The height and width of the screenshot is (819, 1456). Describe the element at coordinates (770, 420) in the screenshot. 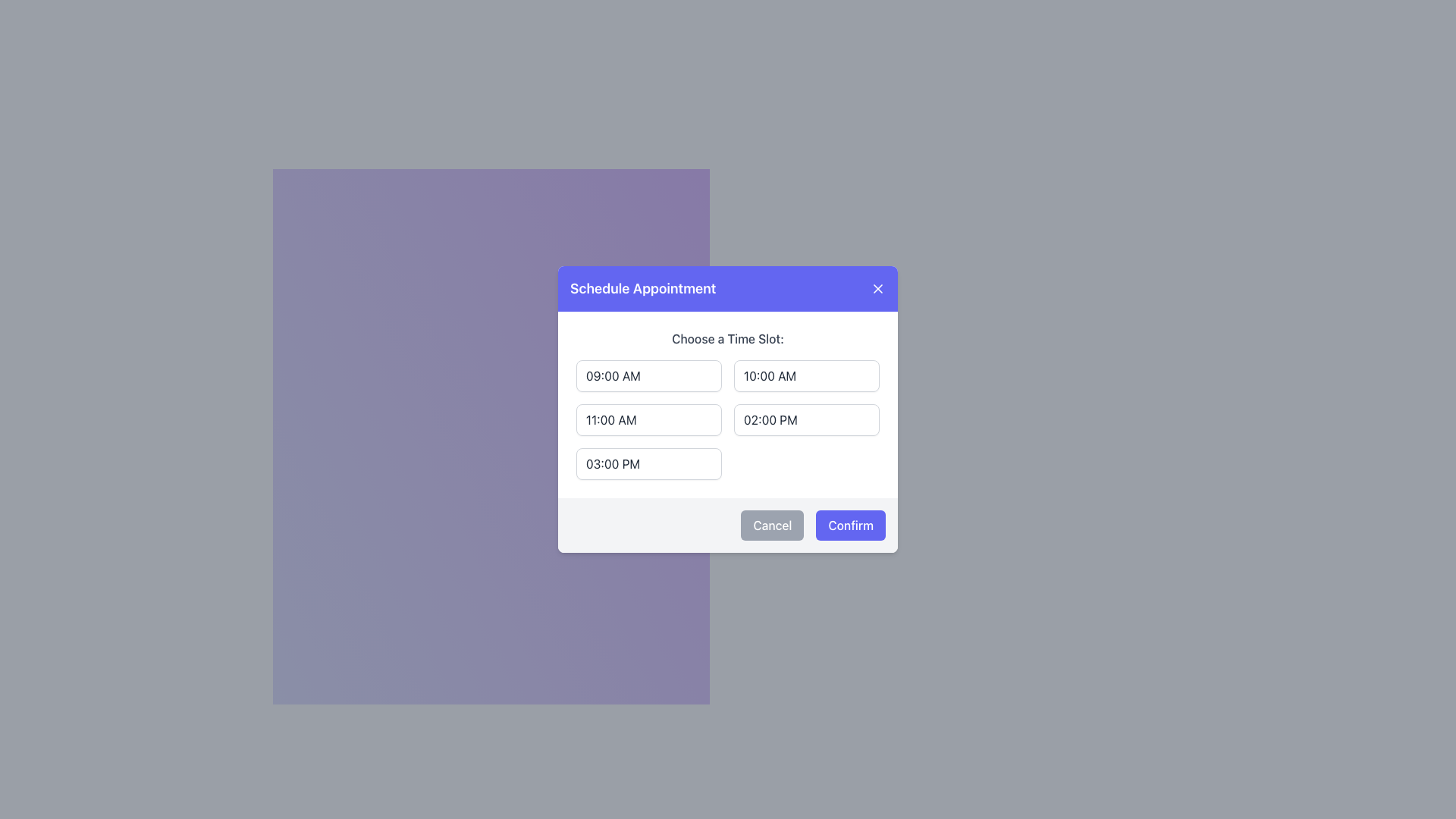

I see `'02:00 PM' time slot displayed in the text label located in the lower right section of the 'Schedule Appointment' modal` at that location.